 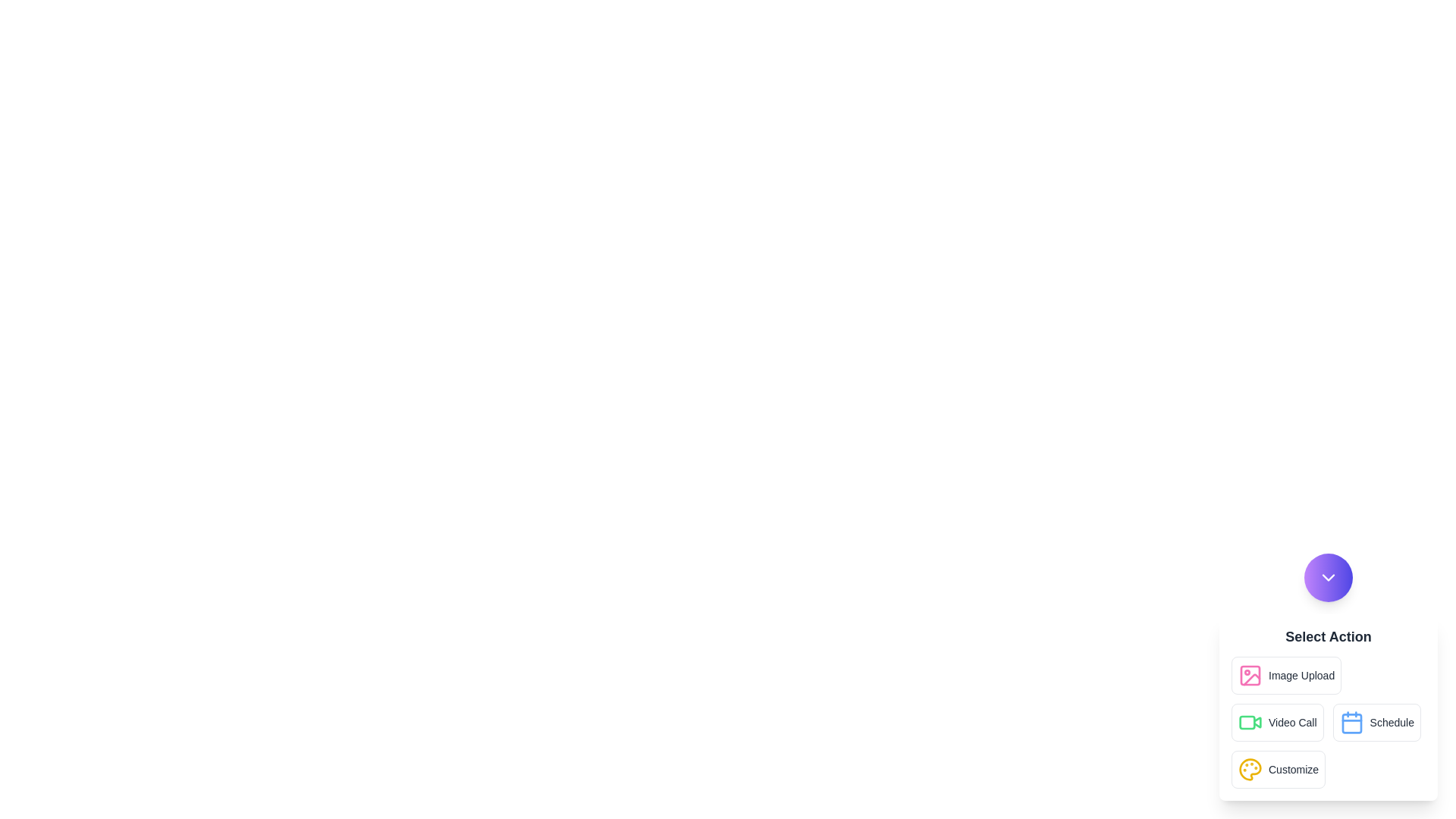 I want to click on the second button in the grid layout that launches the video call feature, so click(x=1276, y=721).